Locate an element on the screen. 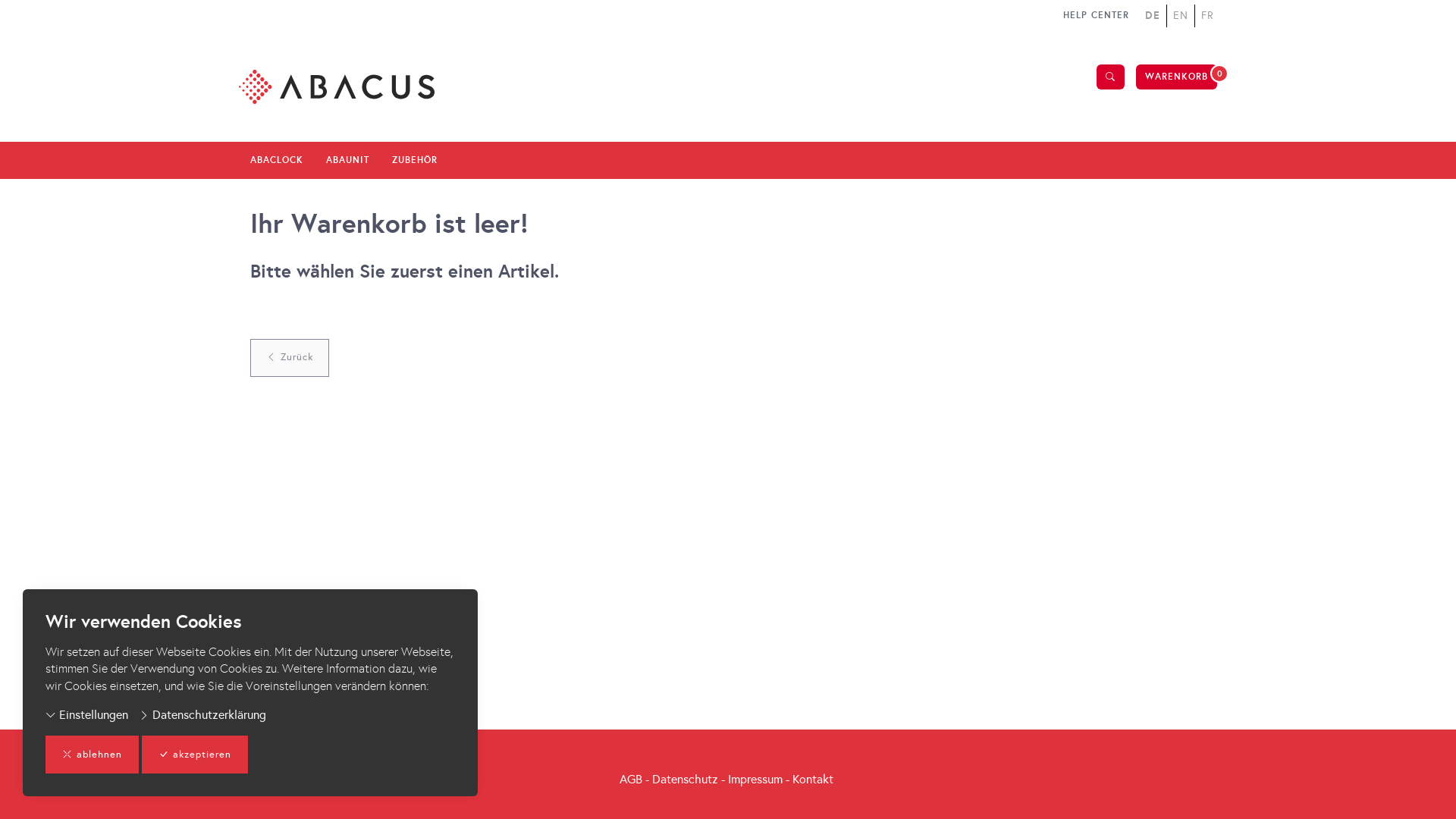  'Suche' is located at coordinates (1110, 77).